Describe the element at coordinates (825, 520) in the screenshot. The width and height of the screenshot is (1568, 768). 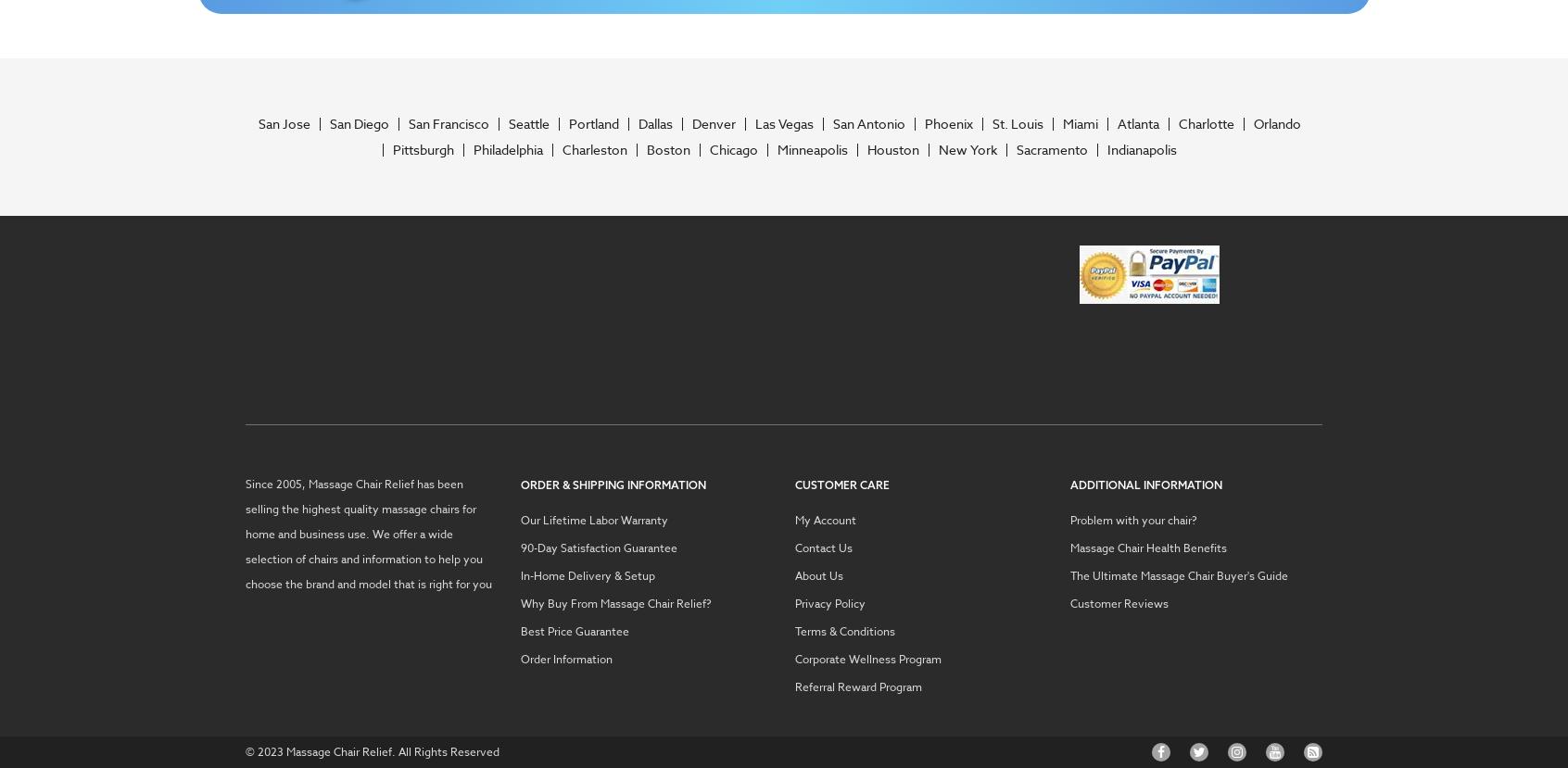
I see `'My Account'` at that location.